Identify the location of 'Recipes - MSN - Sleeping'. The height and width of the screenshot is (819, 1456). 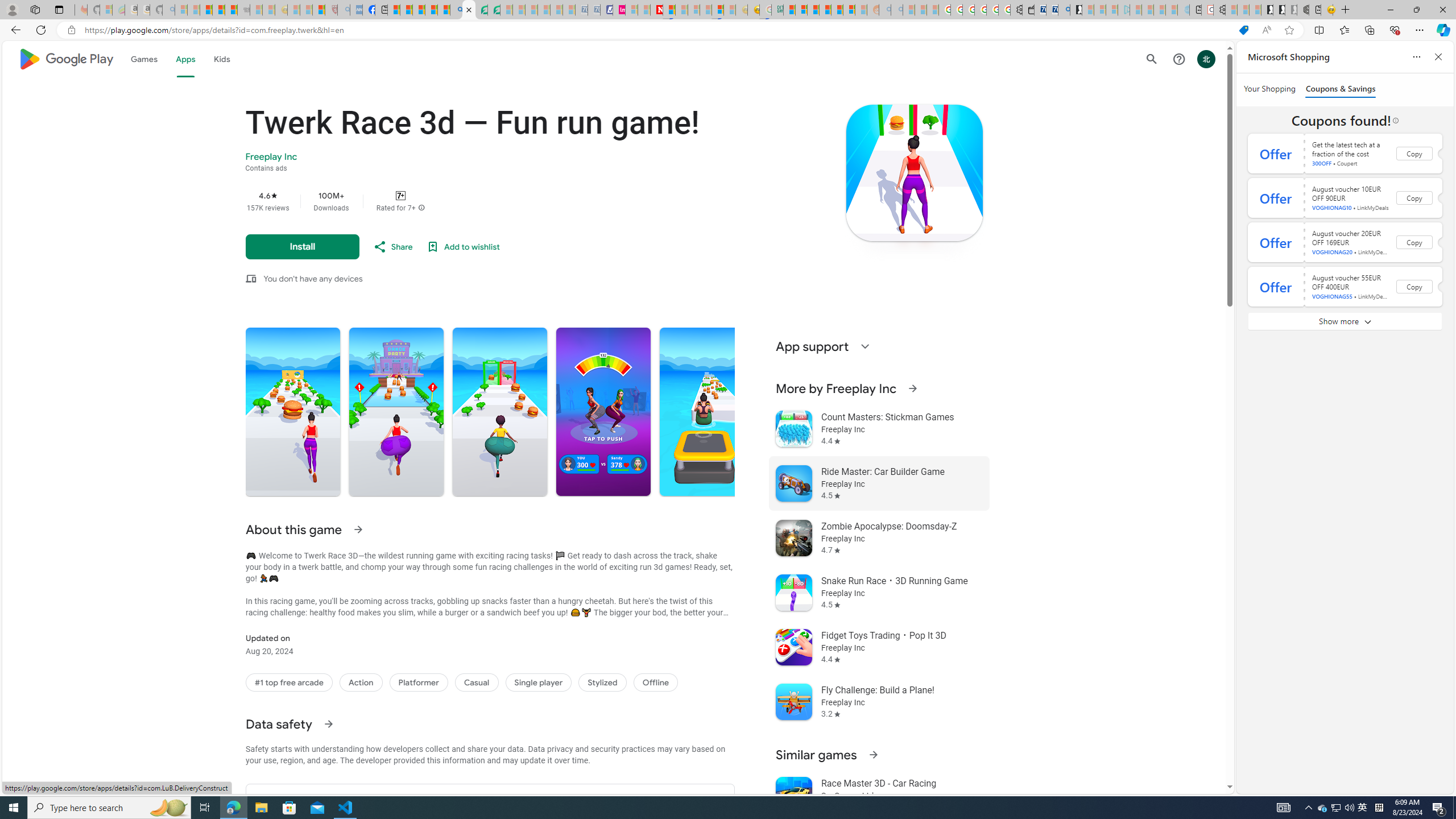
(292, 9).